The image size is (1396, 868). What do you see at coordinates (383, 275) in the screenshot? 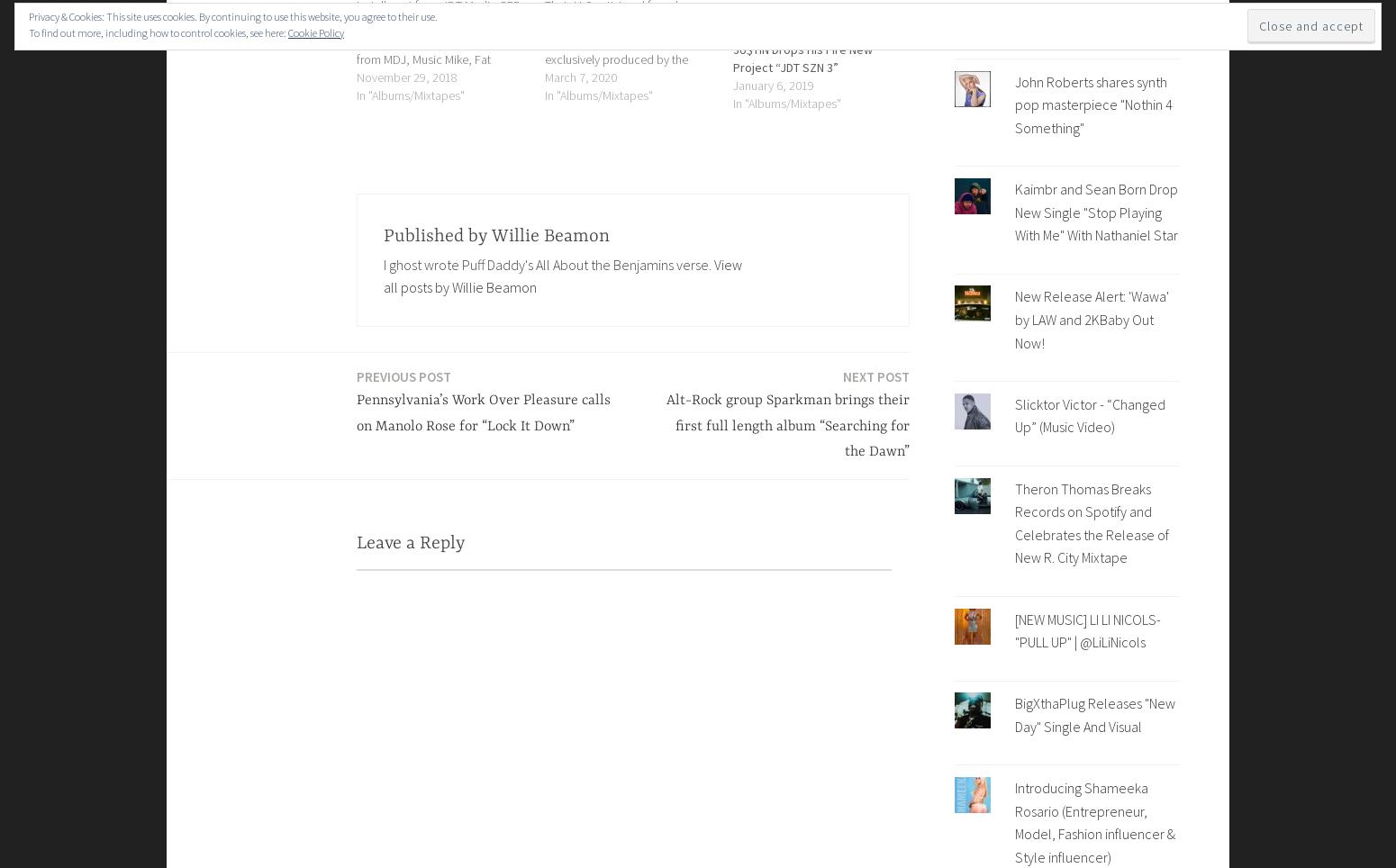
I see `'View all posts by Willie Beamon'` at bounding box center [383, 275].